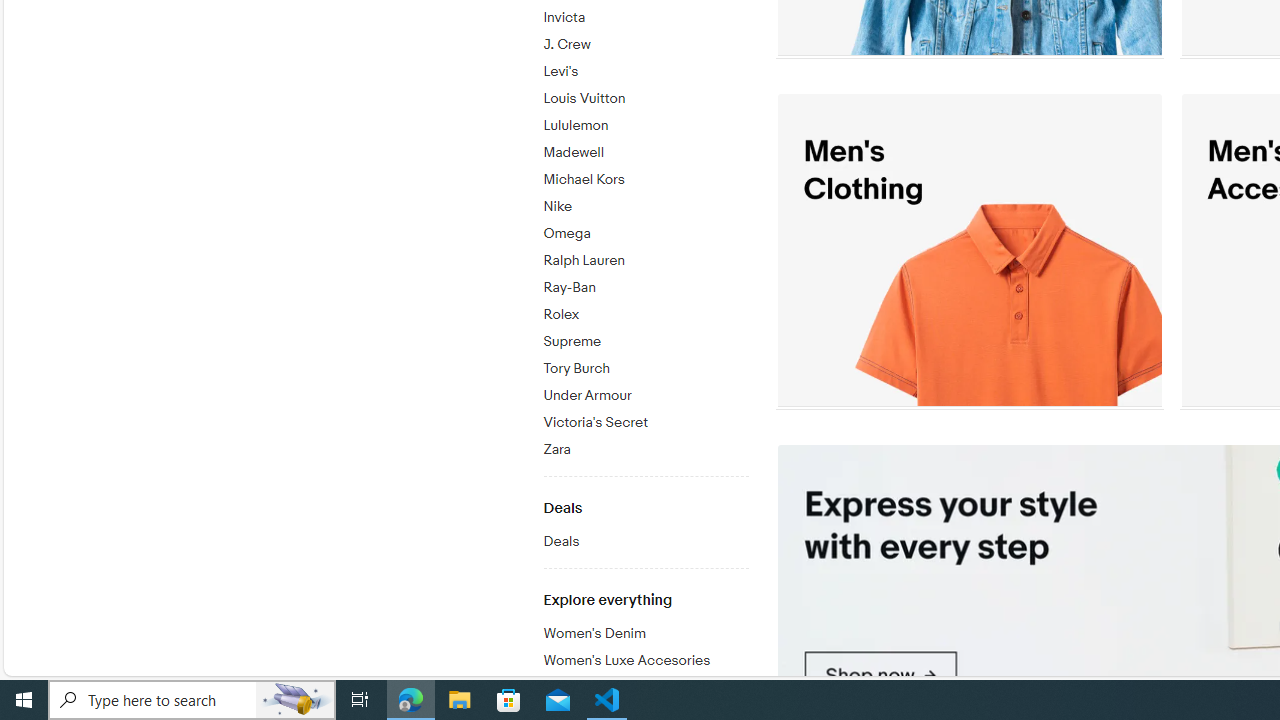 The width and height of the screenshot is (1280, 720). What do you see at coordinates (645, 229) in the screenshot?
I see `'Omega'` at bounding box center [645, 229].